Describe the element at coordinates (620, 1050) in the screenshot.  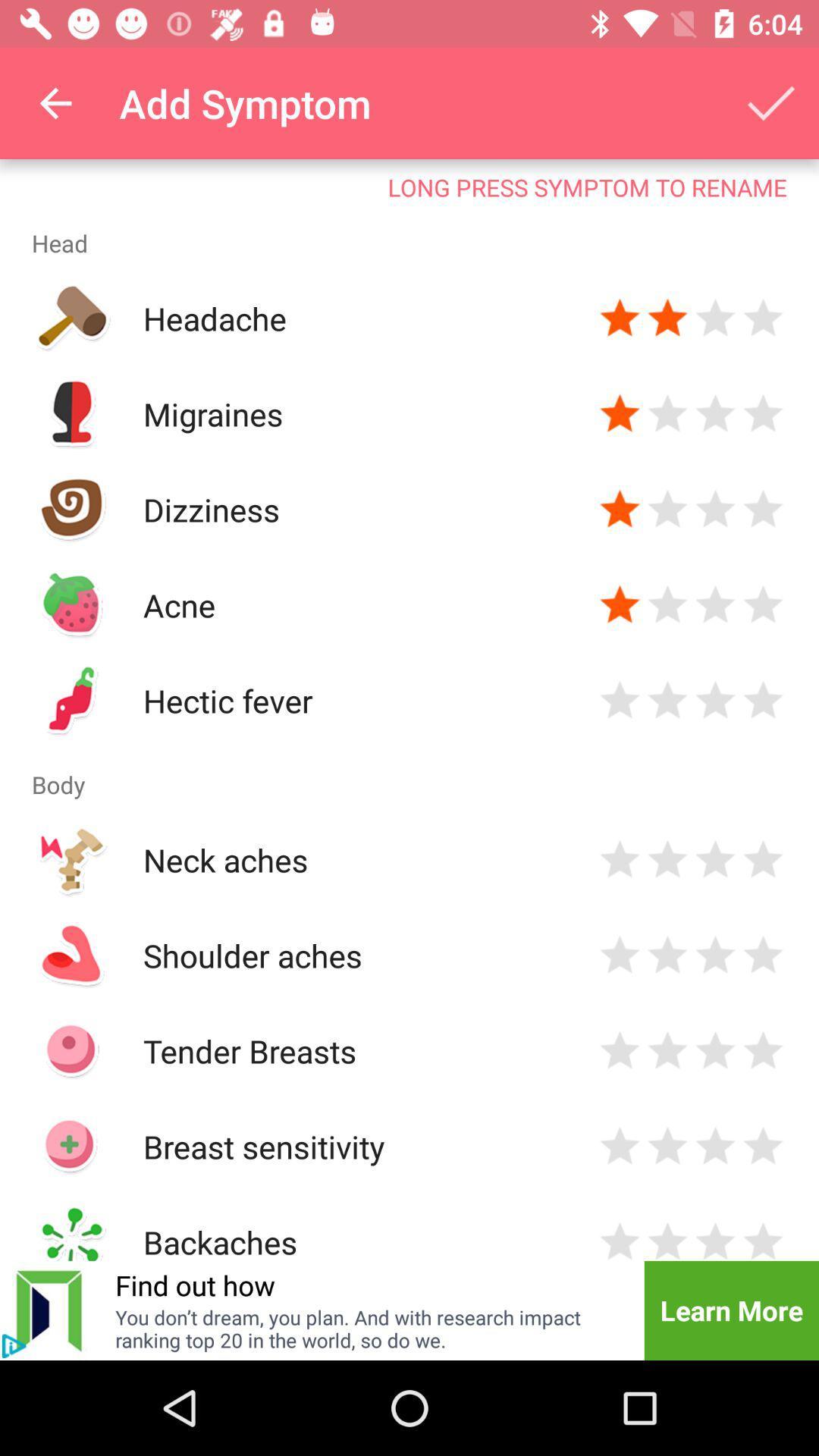
I see `rate tender breasts 1 star` at that location.